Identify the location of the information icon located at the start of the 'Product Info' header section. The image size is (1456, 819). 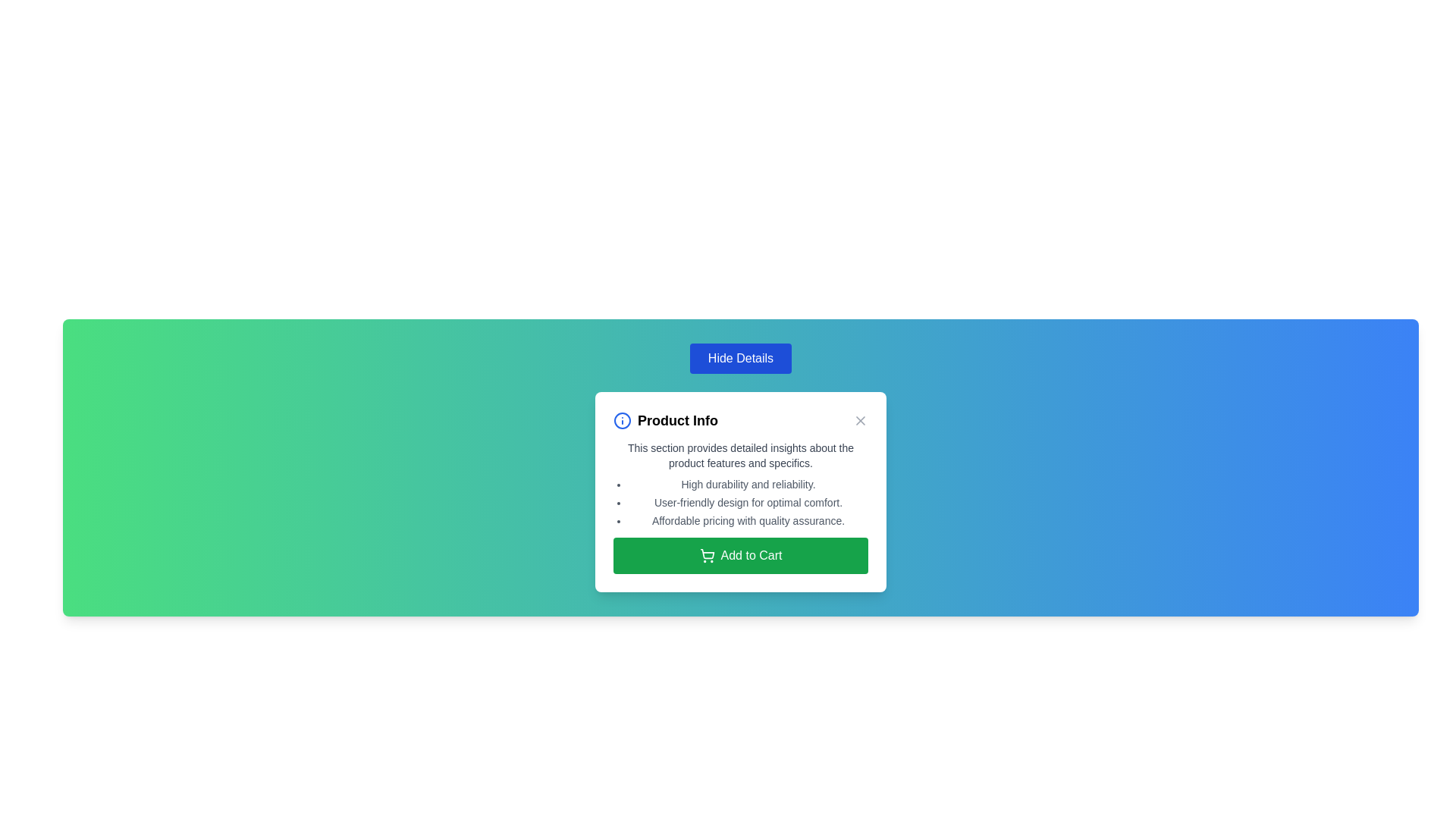
(622, 421).